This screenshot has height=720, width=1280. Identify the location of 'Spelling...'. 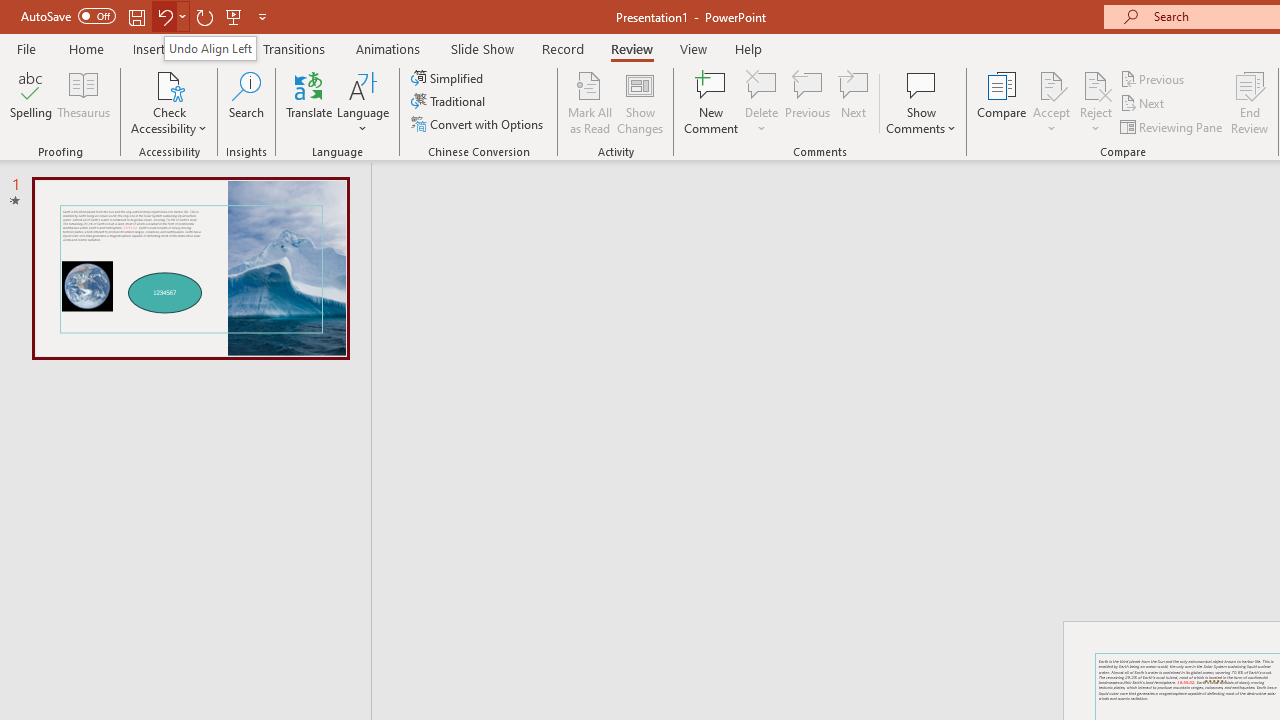
(31, 103).